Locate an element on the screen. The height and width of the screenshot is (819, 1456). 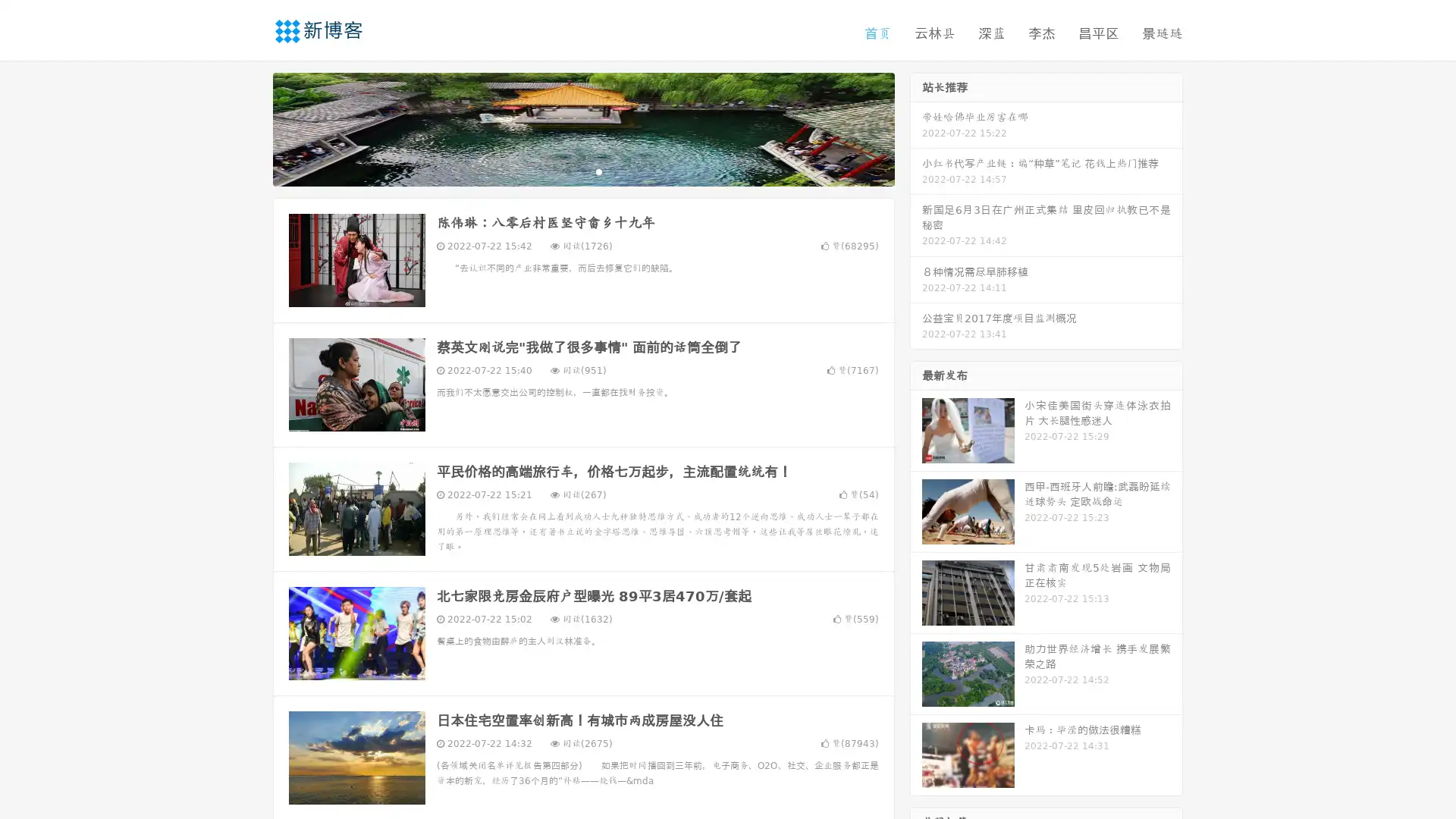
Go to slide 1 is located at coordinates (567, 171).